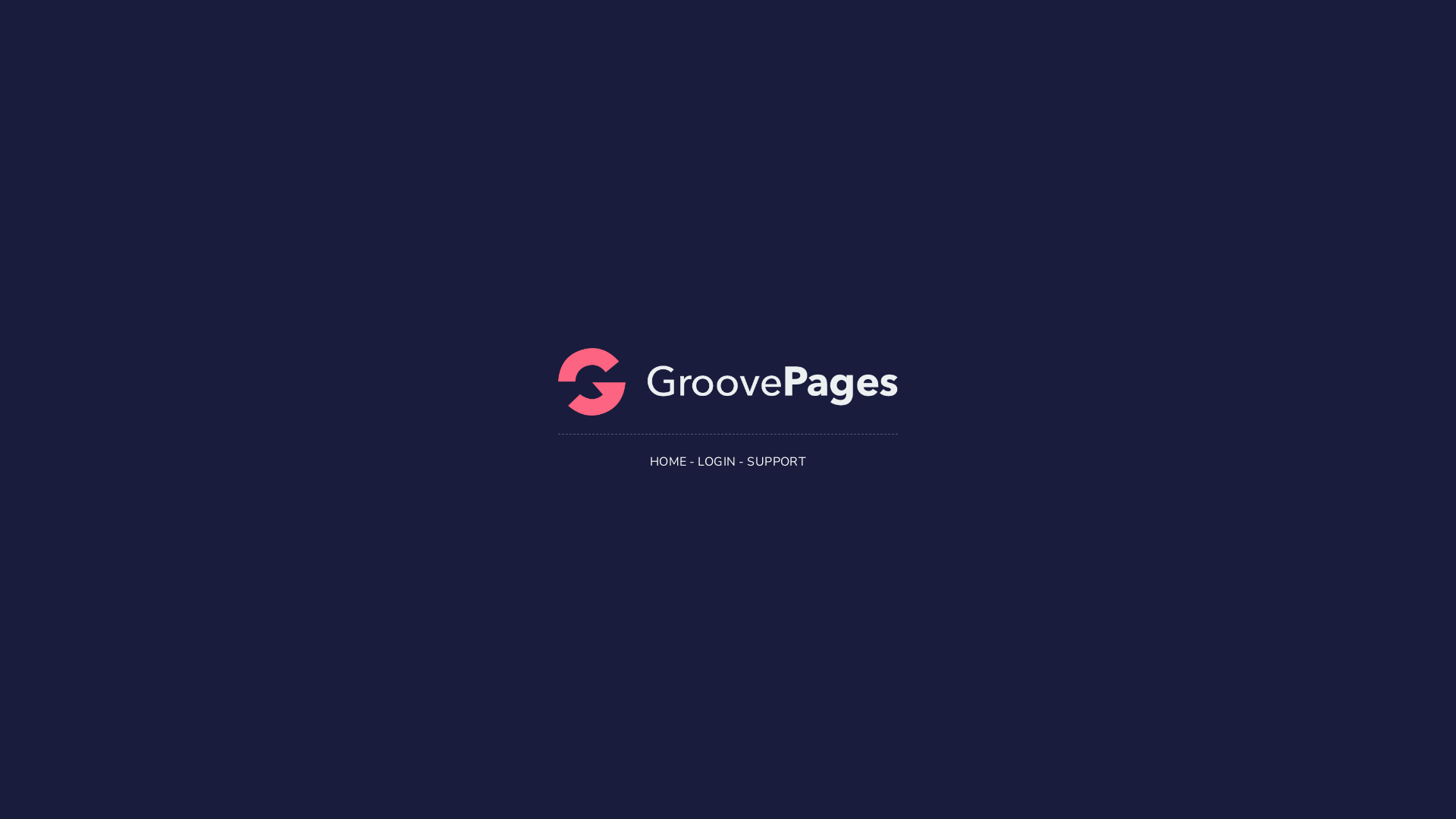 This screenshot has width=1456, height=819. I want to click on 'HOME', so click(667, 461).